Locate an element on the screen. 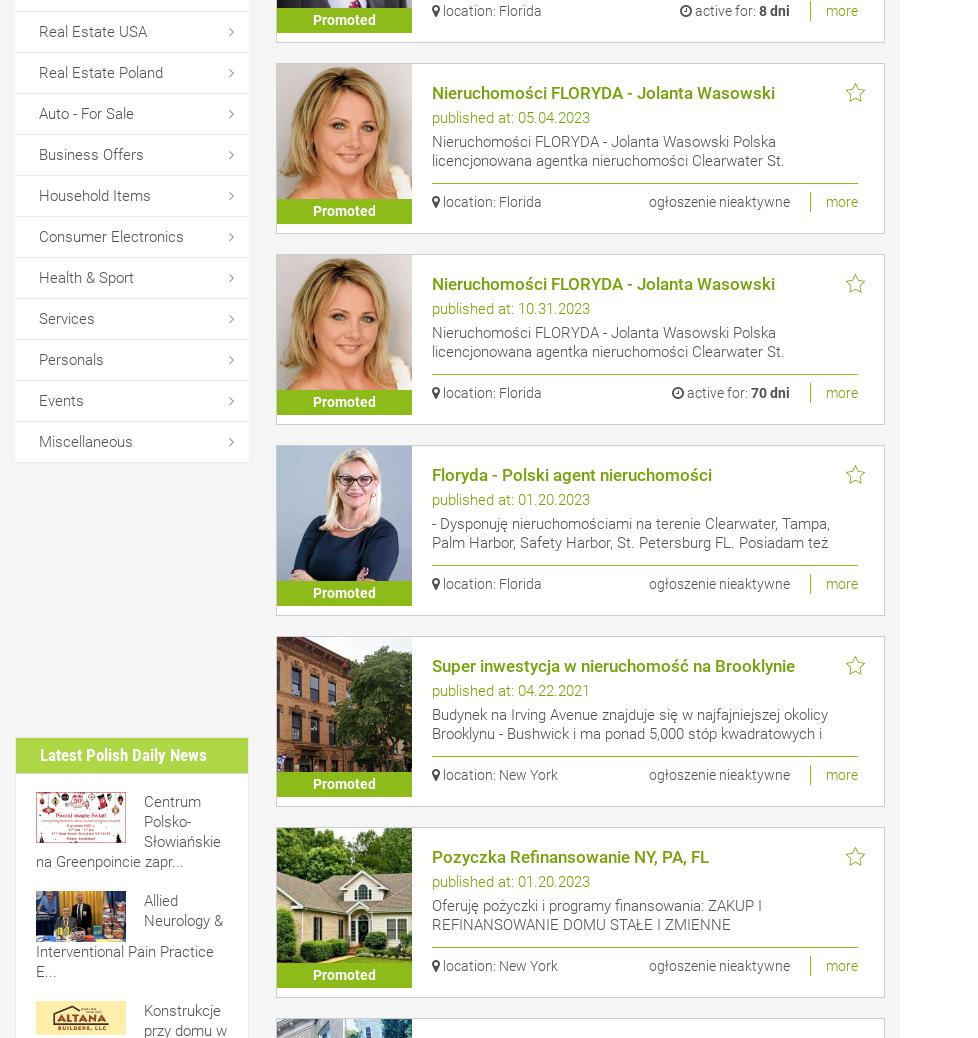 This screenshot has height=1038, width=978. 'Real Estate Poland' is located at coordinates (101, 71).